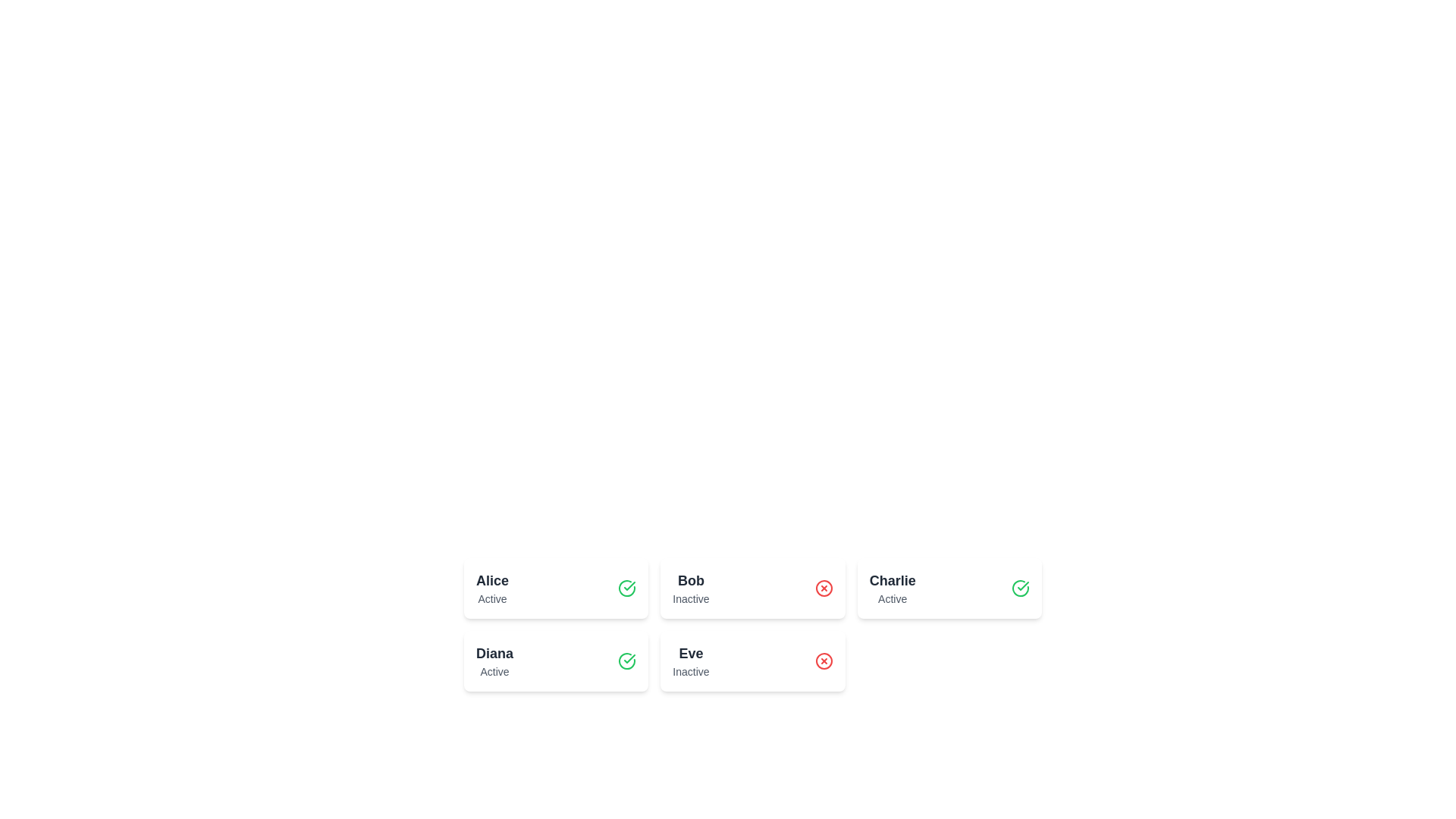 Image resolution: width=1456 pixels, height=819 pixels. I want to click on the text label displaying 'Diana', which is located in the second box of a horizontally-aligned grid of user cards, positioned above the word 'Active', so click(494, 652).